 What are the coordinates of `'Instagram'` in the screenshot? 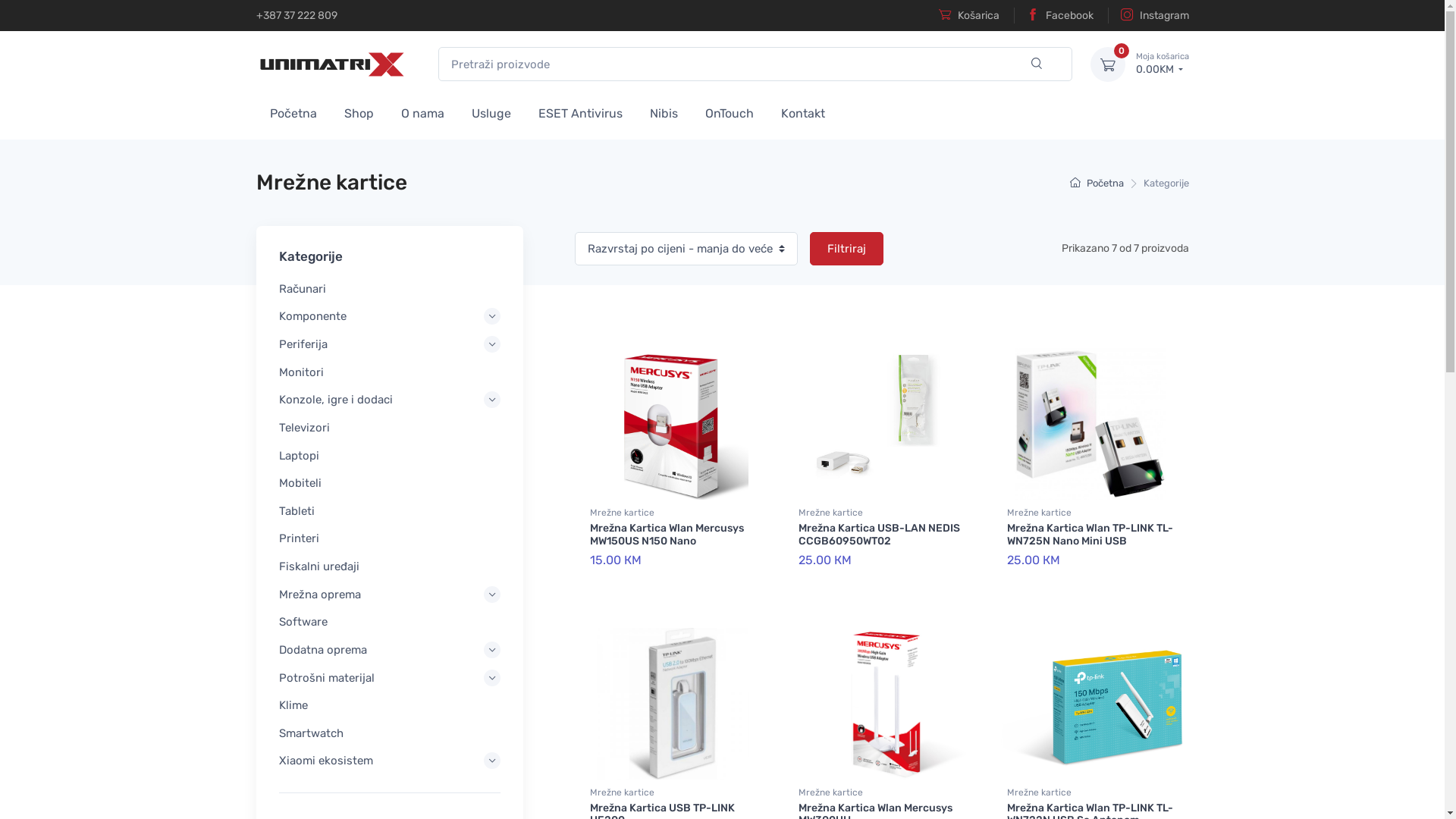 It's located at (1147, 15).